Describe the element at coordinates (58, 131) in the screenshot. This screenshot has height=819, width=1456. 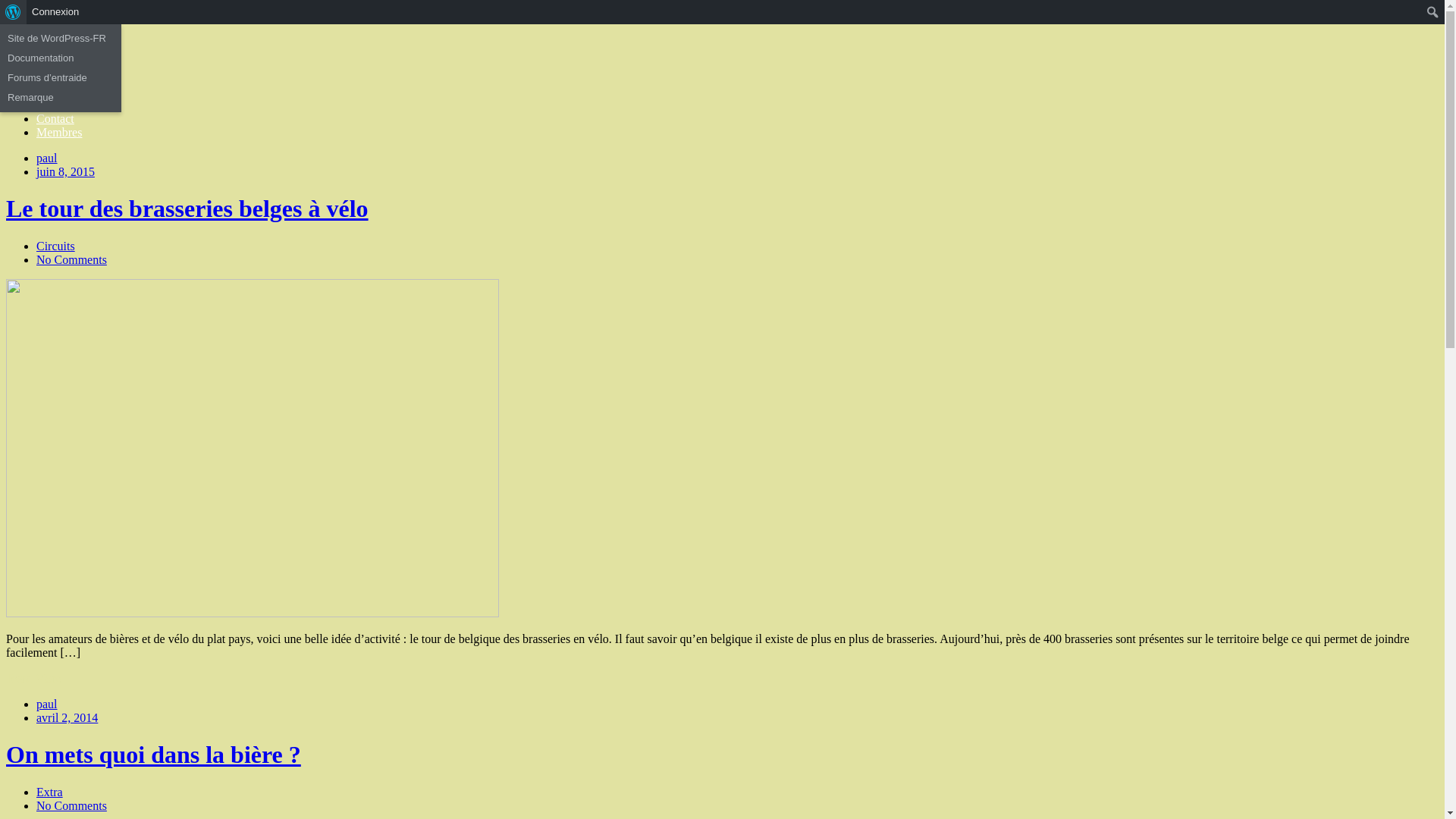
I see `'Membres'` at that location.